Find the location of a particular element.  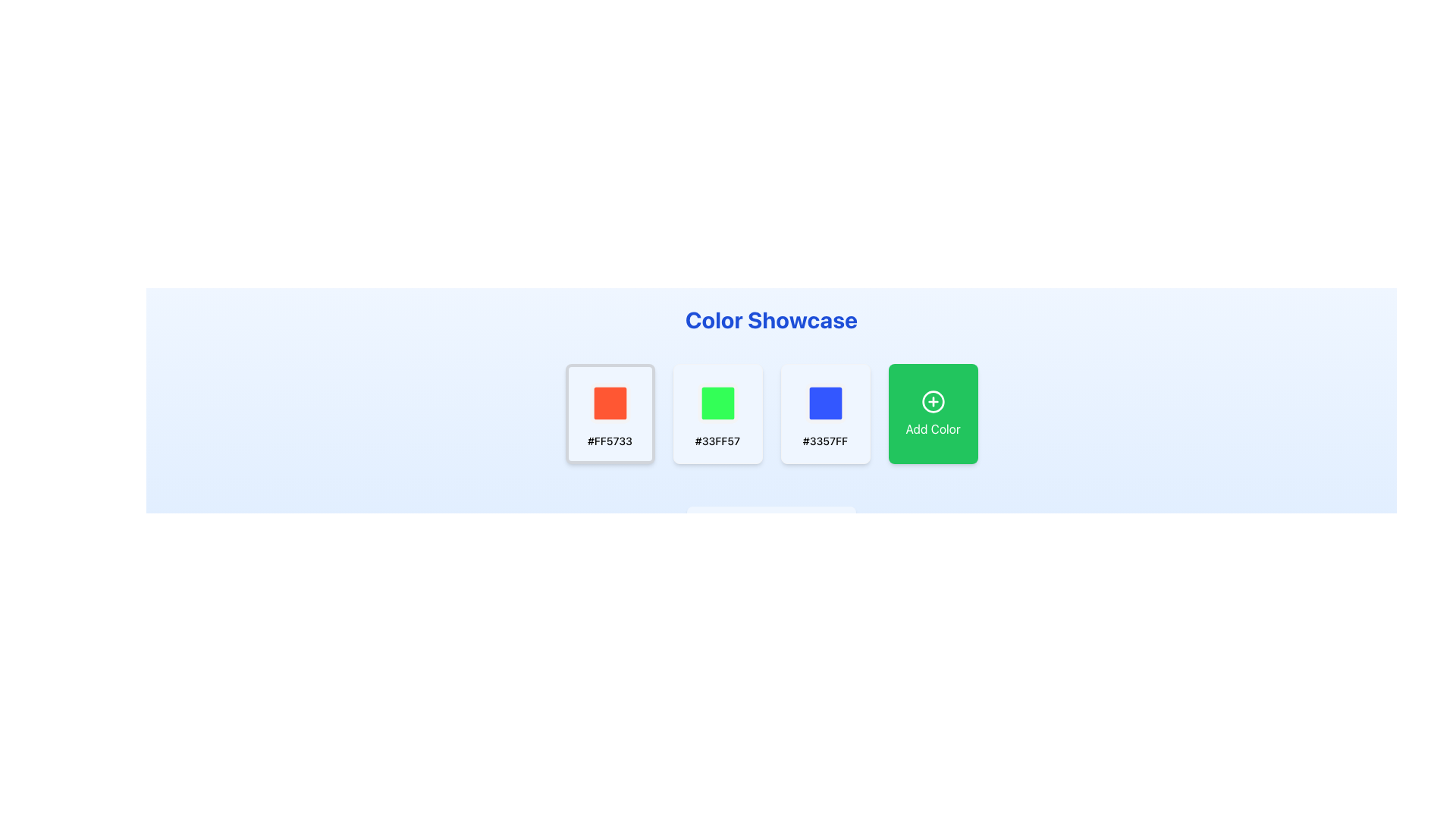

the text label reading '#33FF57' that is centrally aligned below a green square in the second card from the left in the showcase is located at coordinates (717, 441).